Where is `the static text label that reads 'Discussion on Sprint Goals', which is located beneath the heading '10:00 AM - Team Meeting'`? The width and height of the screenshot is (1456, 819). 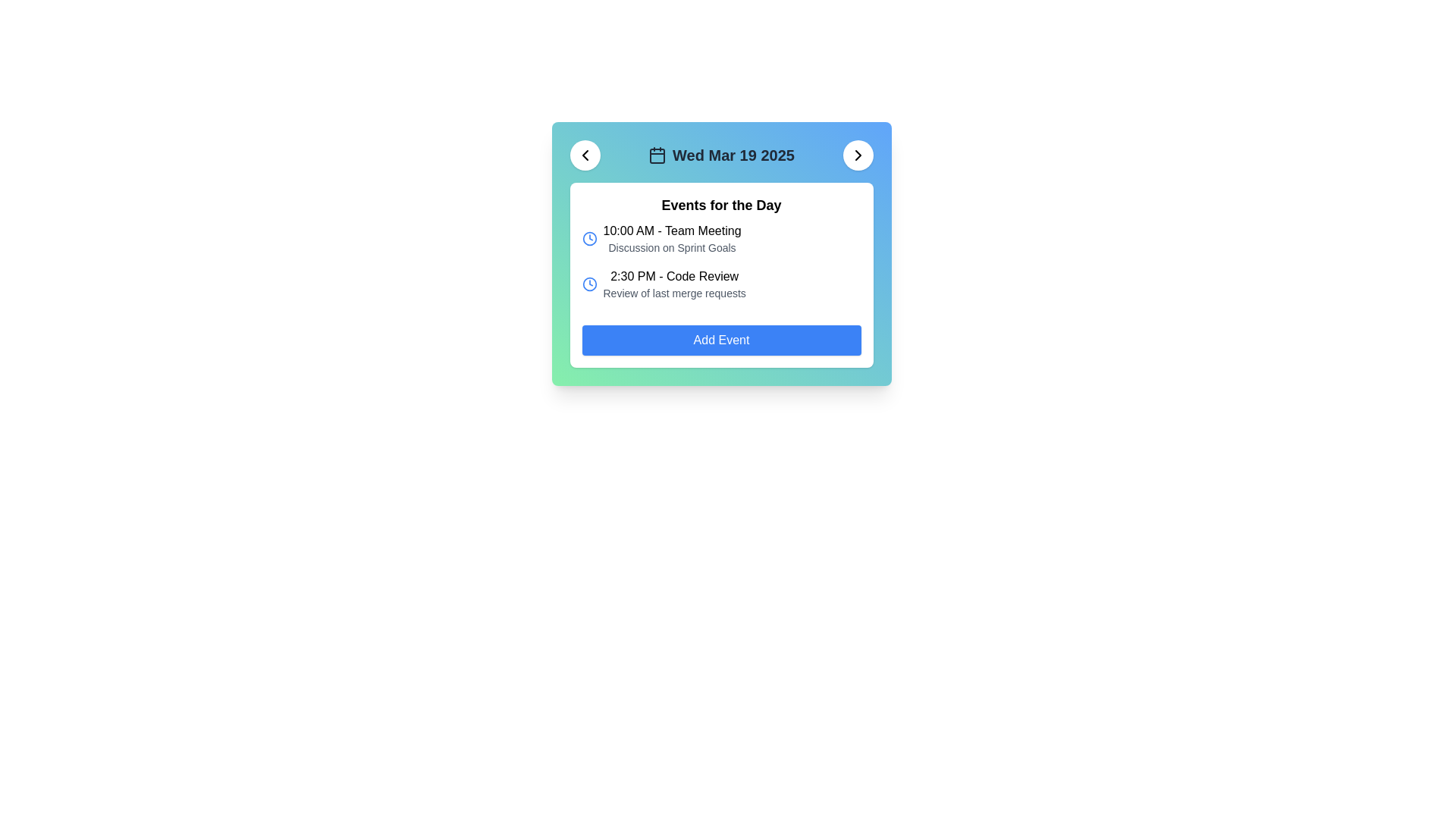 the static text label that reads 'Discussion on Sprint Goals', which is located beneath the heading '10:00 AM - Team Meeting' is located at coordinates (671, 247).